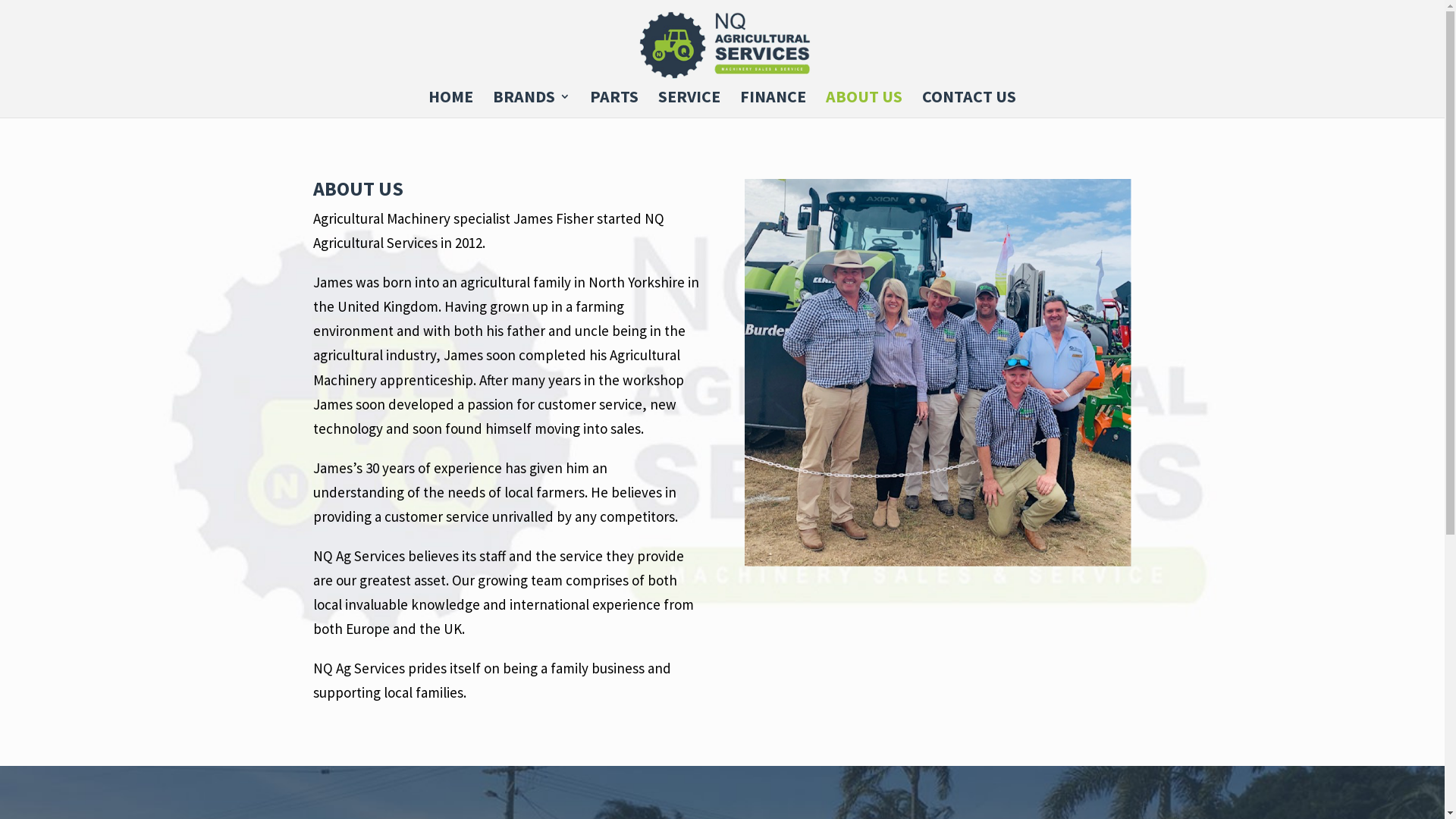 Image resolution: width=1456 pixels, height=819 pixels. Describe the element at coordinates (450, 103) in the screenshot. I see `'HOME'` at that location.